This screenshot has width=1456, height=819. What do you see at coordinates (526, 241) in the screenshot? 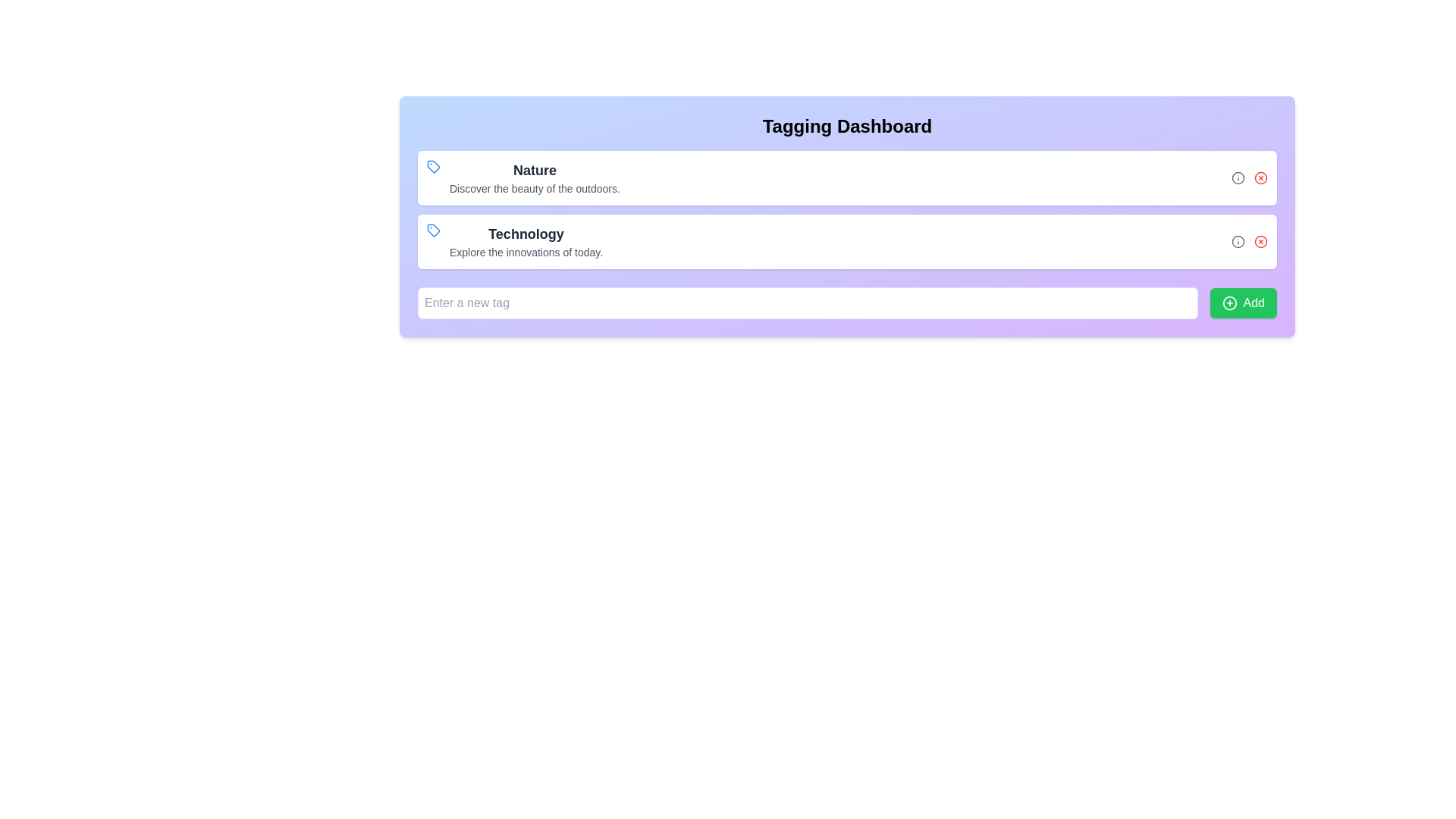
I see `the 'Technology' category label on the tagging dashboard` at bounding box center [526, 241].